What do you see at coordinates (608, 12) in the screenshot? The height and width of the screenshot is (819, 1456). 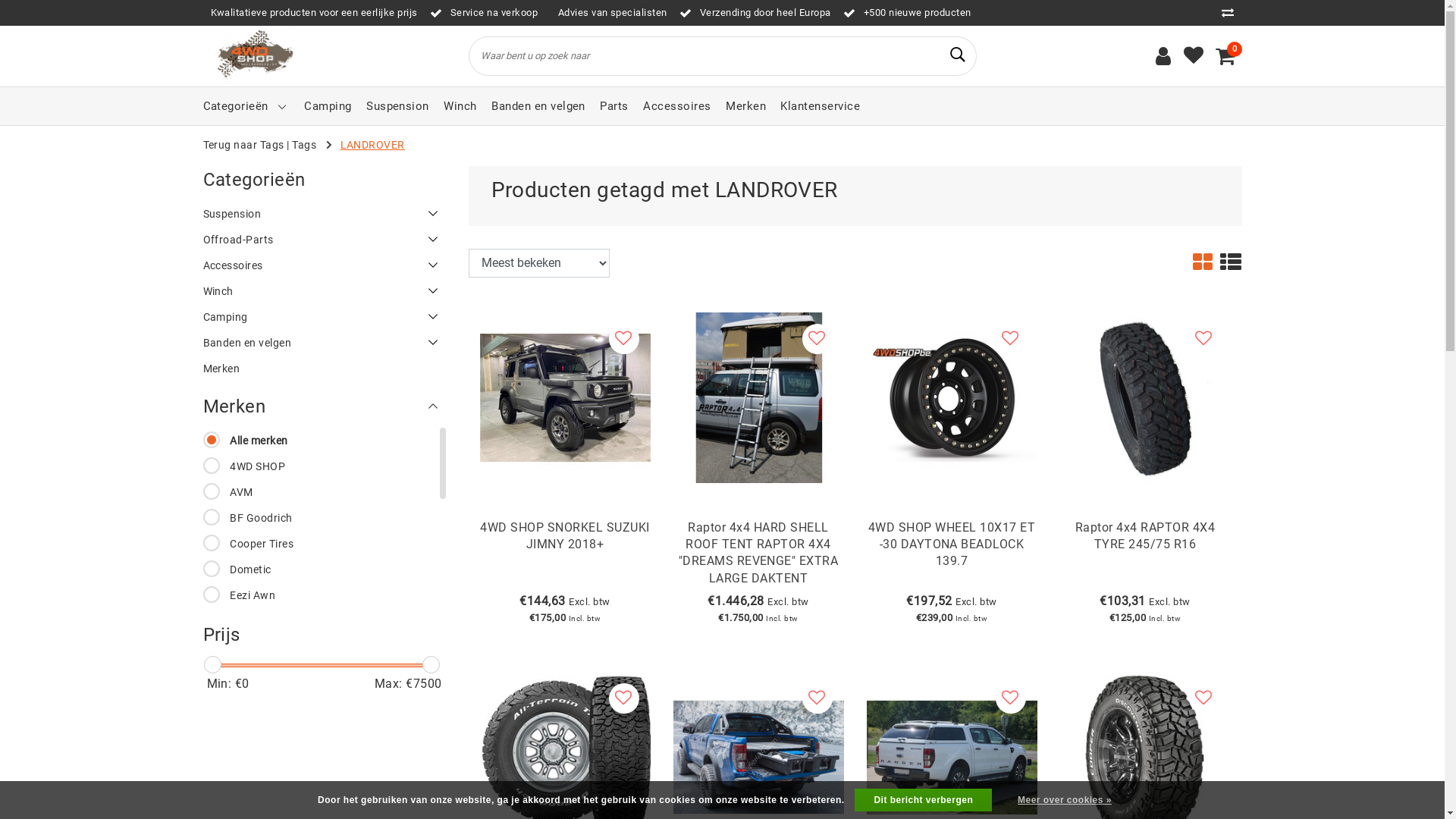 I see `'Advies van specialisten'` at bounding box center [608, 12].